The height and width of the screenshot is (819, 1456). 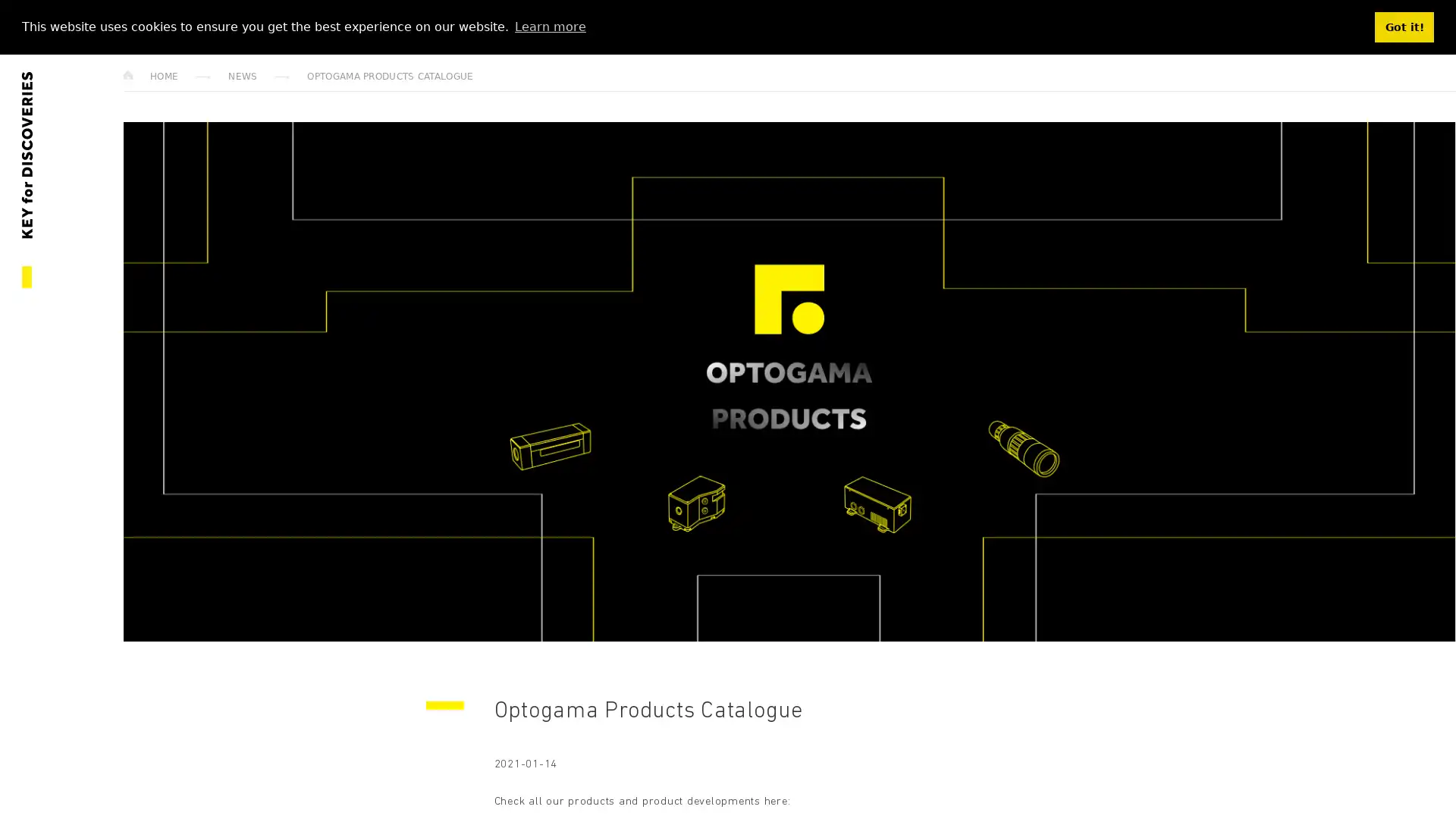 I want to click on learn more about cookies, so click(x=549, y=26).